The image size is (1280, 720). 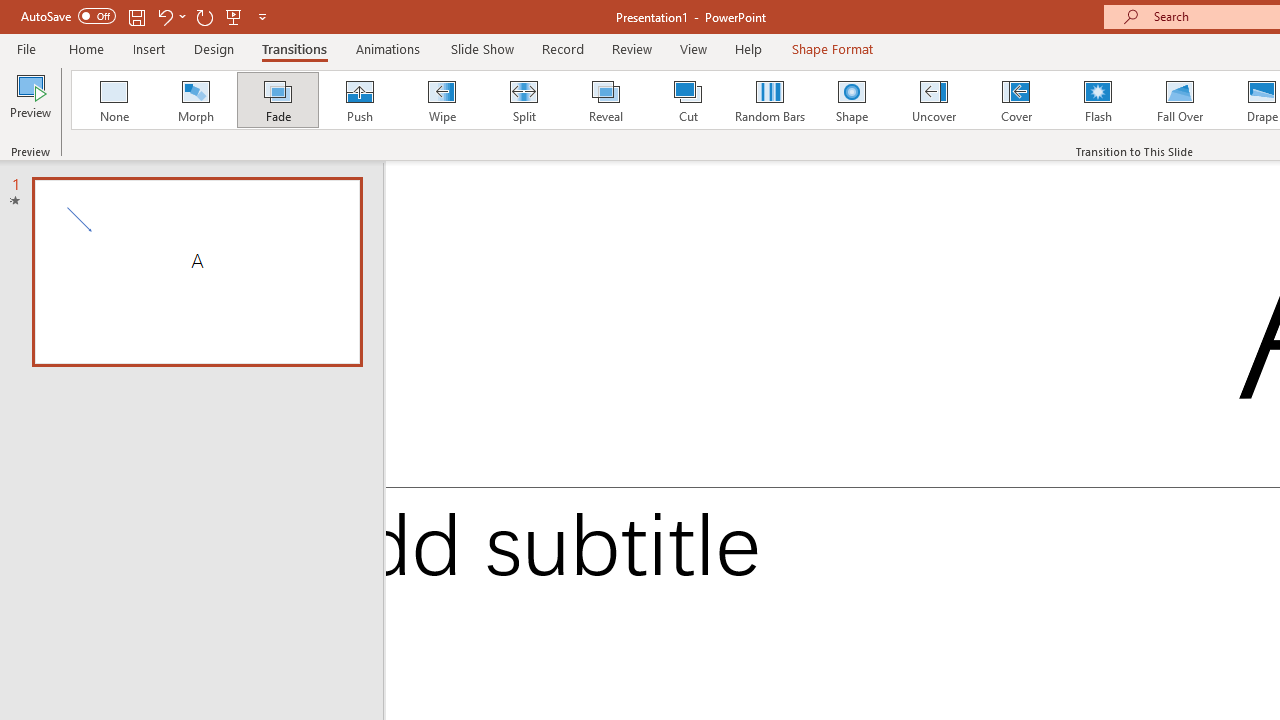 What do you see at coordinates (276, 100) in the screenshot?
I see `'Fade'` at bounding box center [276, 100].